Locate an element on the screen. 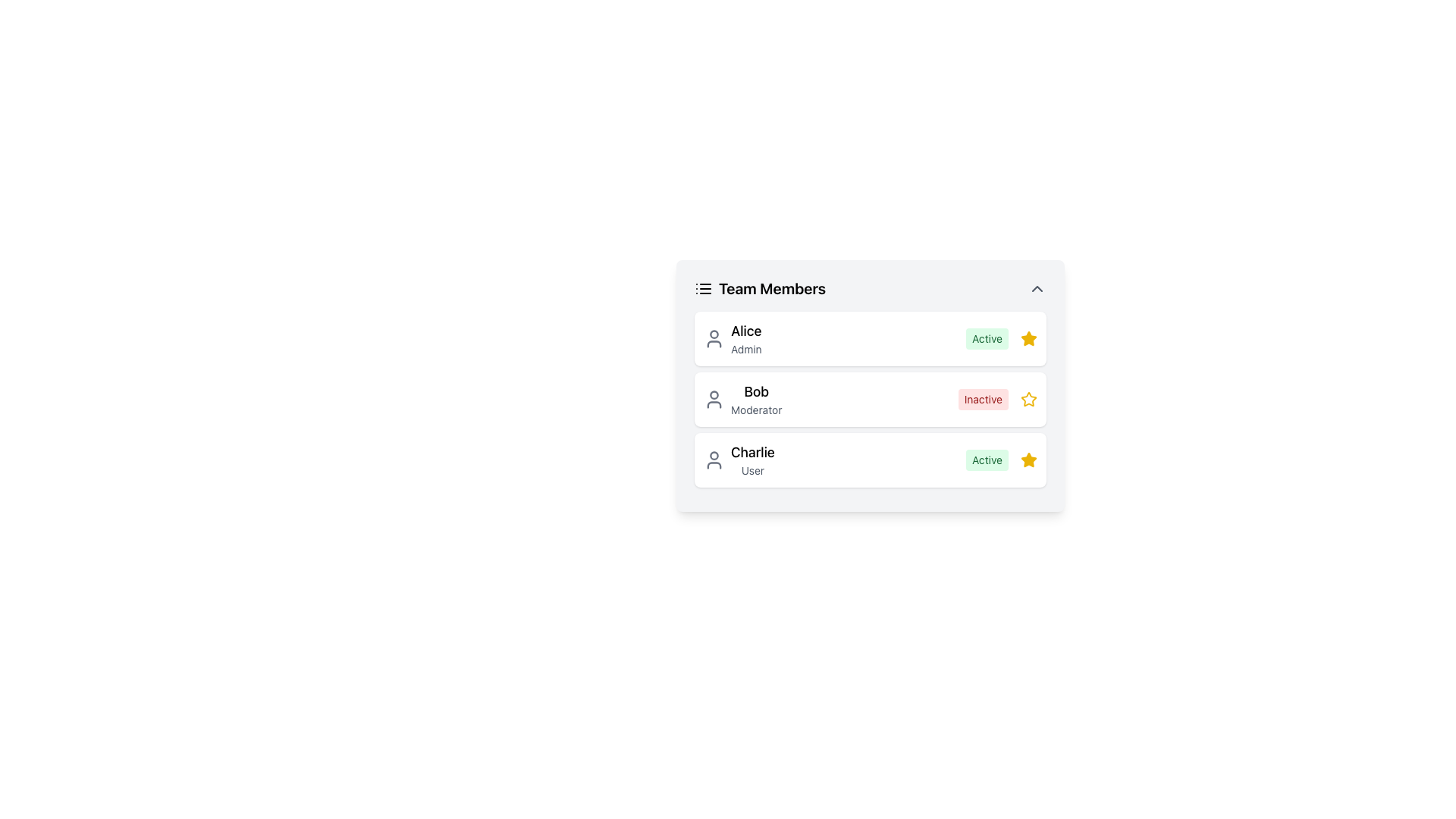  on the team member's profile item located in the second position under 'Team Members' is located at coordinates (870, 399).